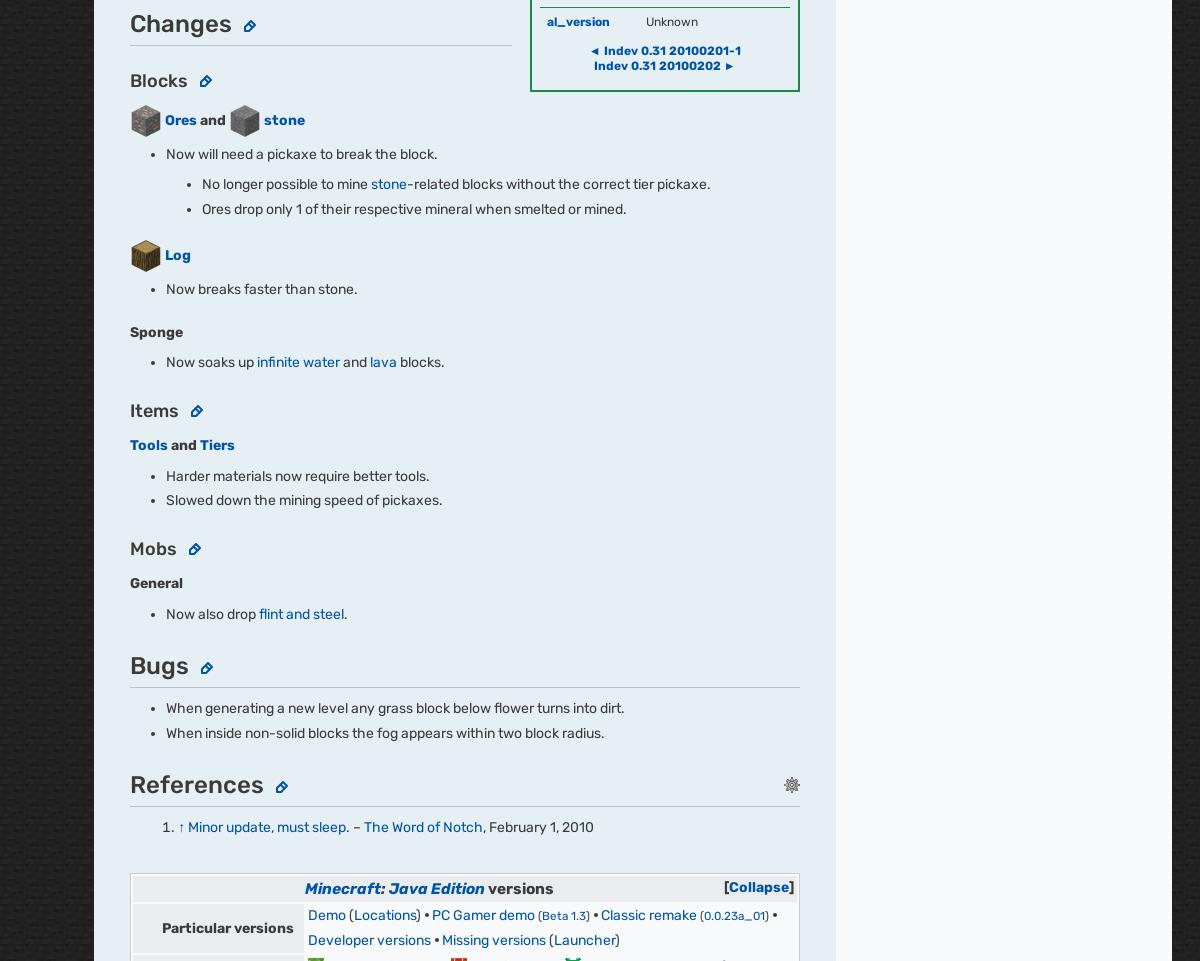 Image resolution: width=1200 pixels, height=961 pixels. Describe the element at coordinates (174, 457) in the screenshot. I see `'Follow Us'` at that location.